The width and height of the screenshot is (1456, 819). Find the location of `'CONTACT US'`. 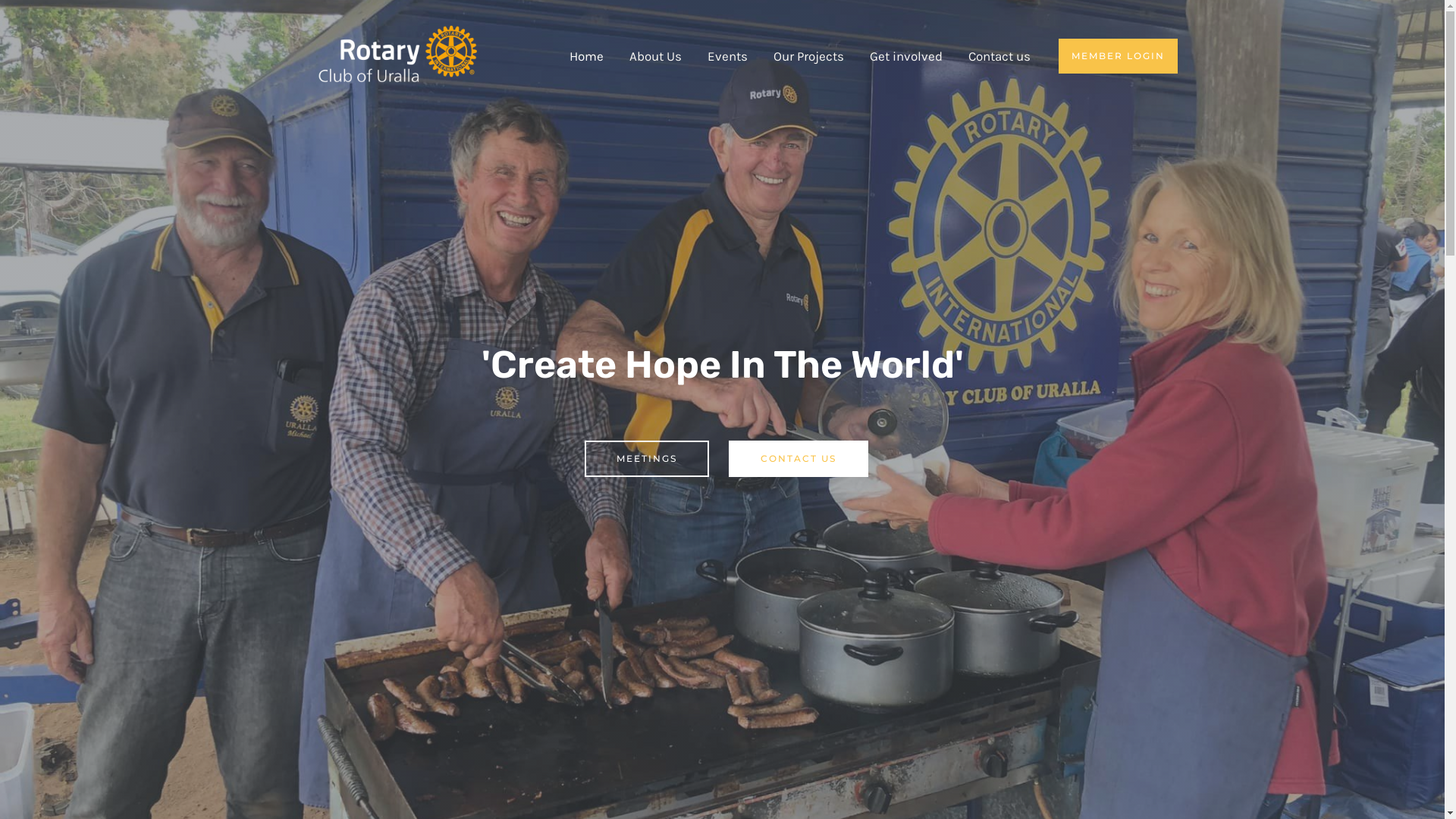

'CONTACT US' is located at coordinates (796, 458).